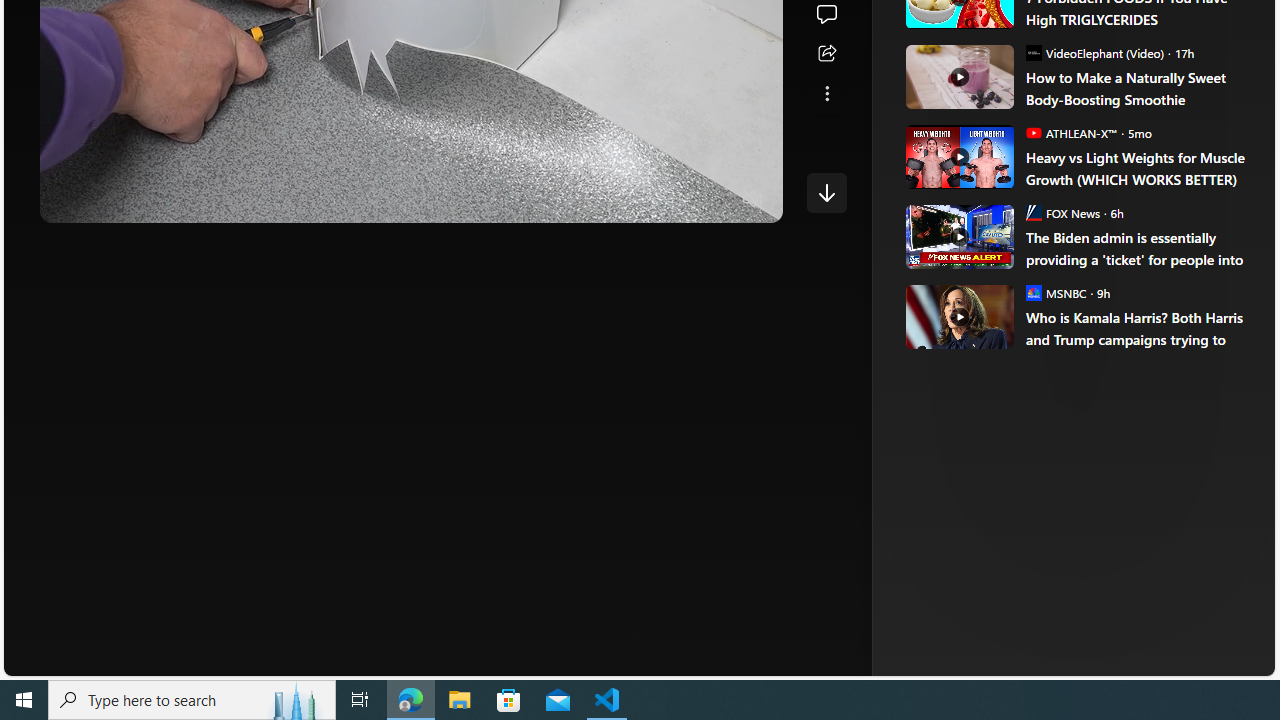  Describe the element at coordinates (1033, 292) in the screenshot. I see `'MSNBC'` at that location.